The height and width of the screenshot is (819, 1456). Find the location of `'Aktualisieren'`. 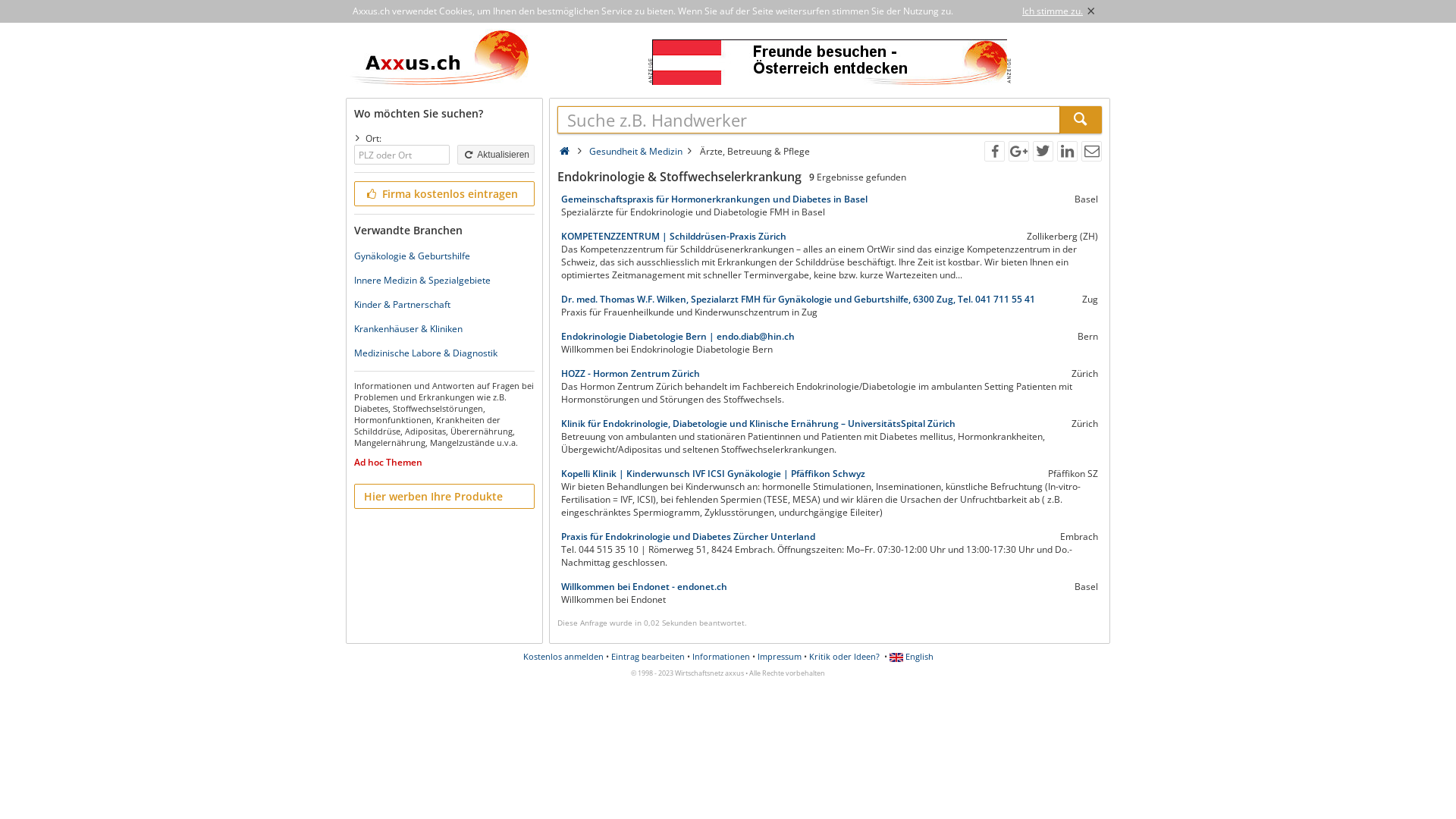

'Aktualisieren' is located at coordinates (495, 155).